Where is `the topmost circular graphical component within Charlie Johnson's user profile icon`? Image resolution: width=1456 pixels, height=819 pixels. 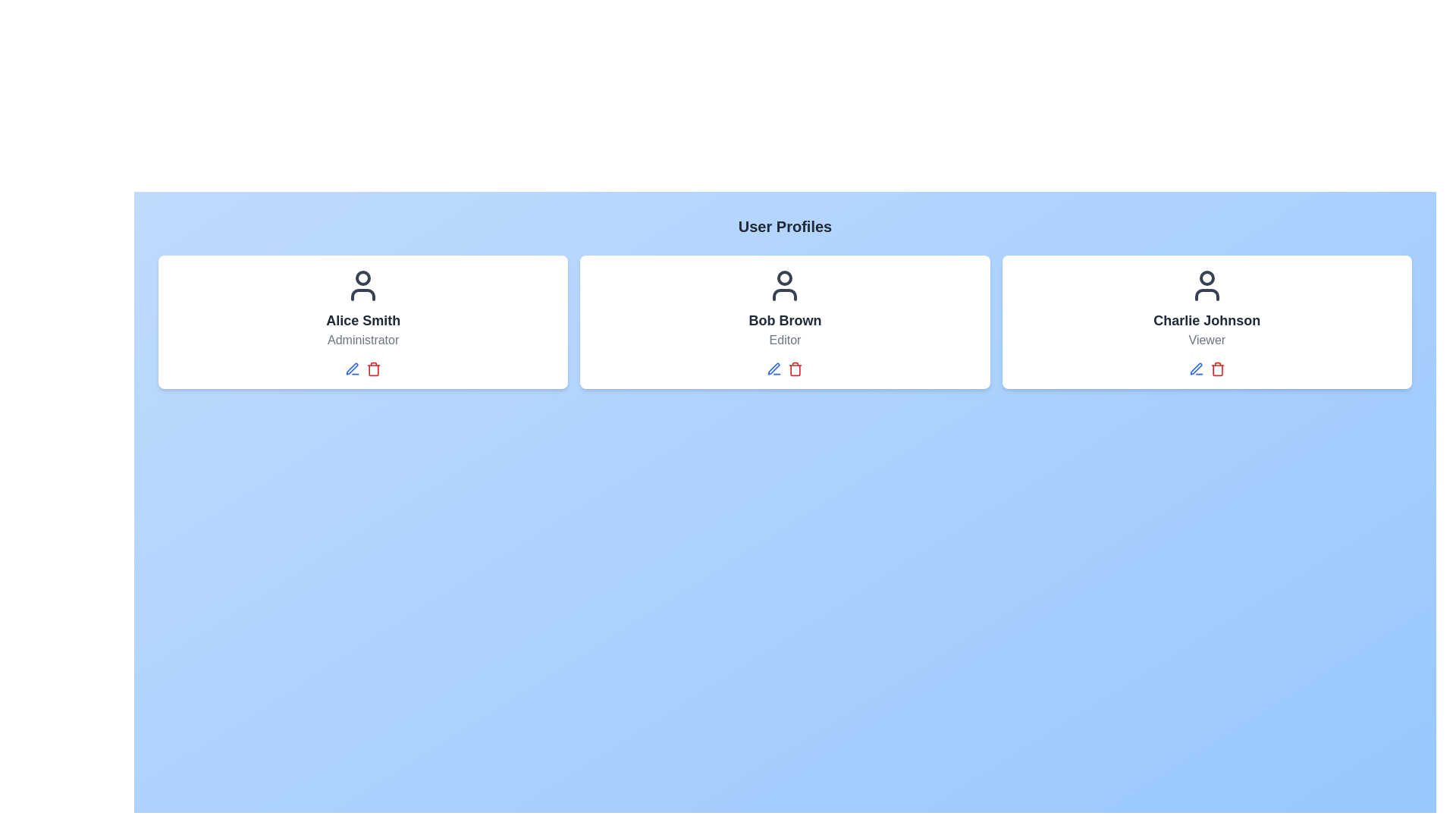
the topmost circular graphical component within Charlie Johnson's user profile icon is located at coordinates (1206, 278).